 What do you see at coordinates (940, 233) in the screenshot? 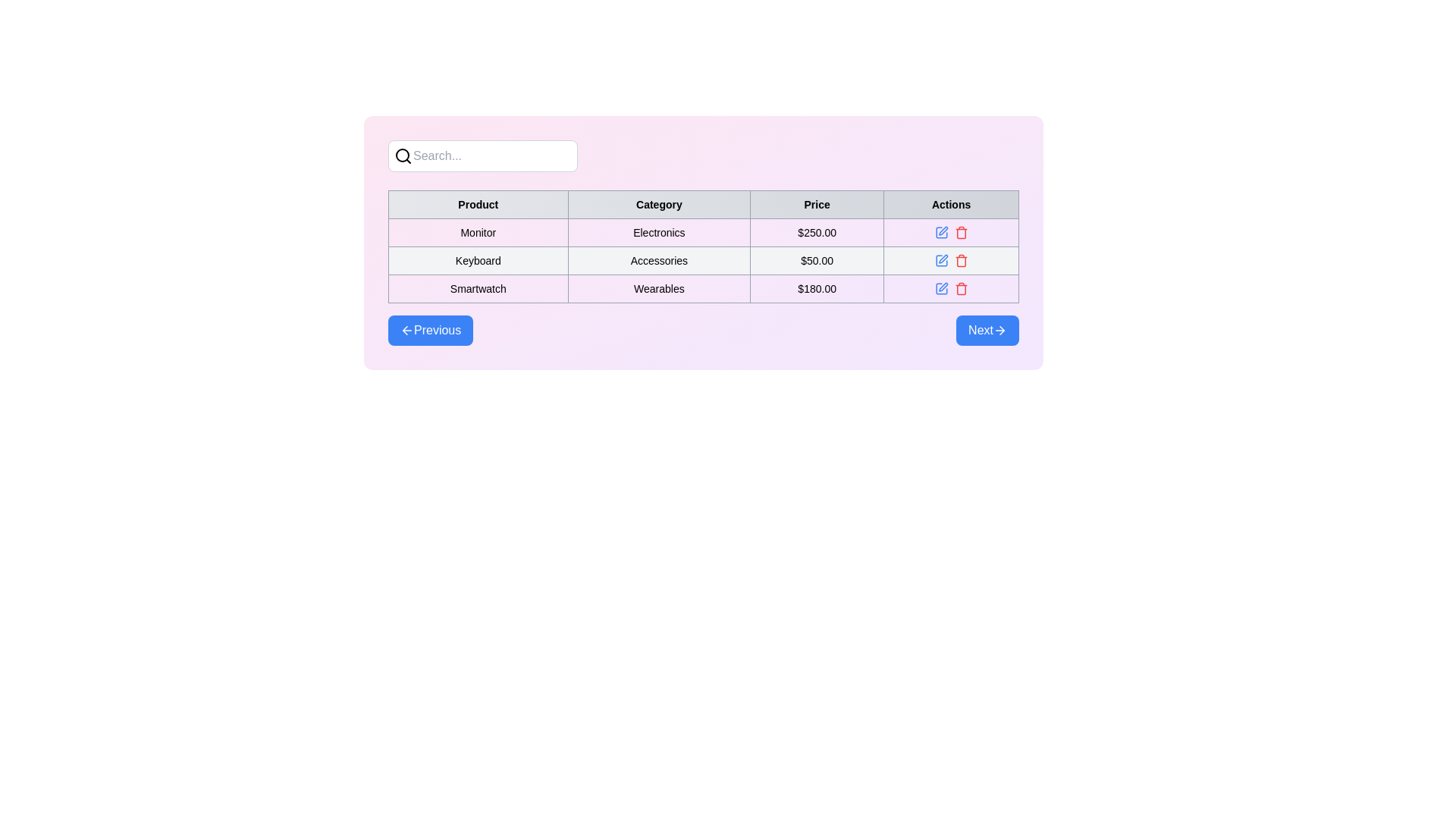
I see `the edit button, which is the first interactive icon in the 'Actions' column of the first row in the table, to initiate the edit action` at bounding box center [940, 233].